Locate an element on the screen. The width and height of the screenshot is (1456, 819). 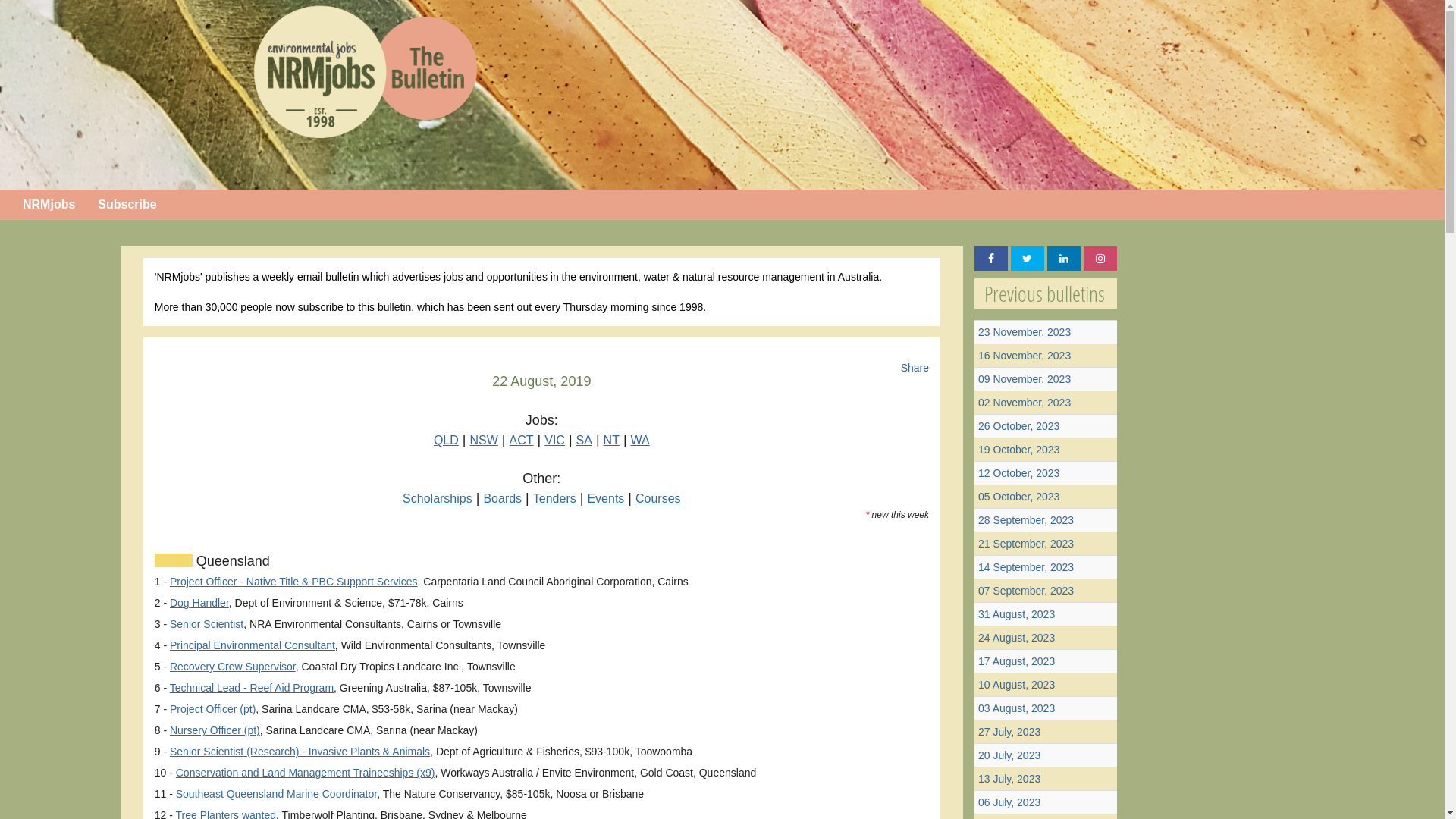
'ACT' is located at coordinates (521, 440).